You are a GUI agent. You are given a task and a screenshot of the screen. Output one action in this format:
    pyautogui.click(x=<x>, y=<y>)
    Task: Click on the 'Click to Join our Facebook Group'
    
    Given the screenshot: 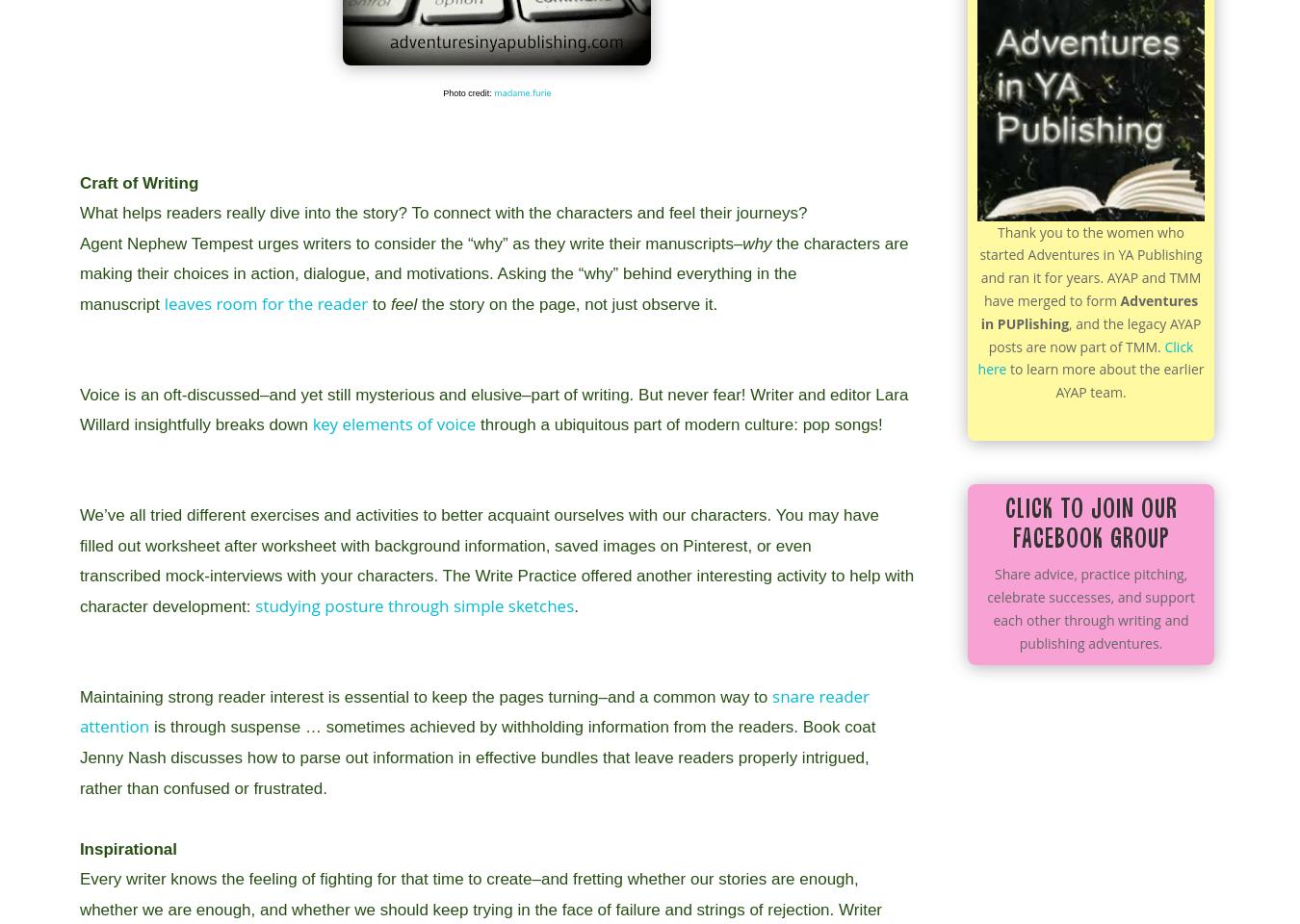 What is the action you would take?
    pyautogui.click(x=1004, y=524)
    